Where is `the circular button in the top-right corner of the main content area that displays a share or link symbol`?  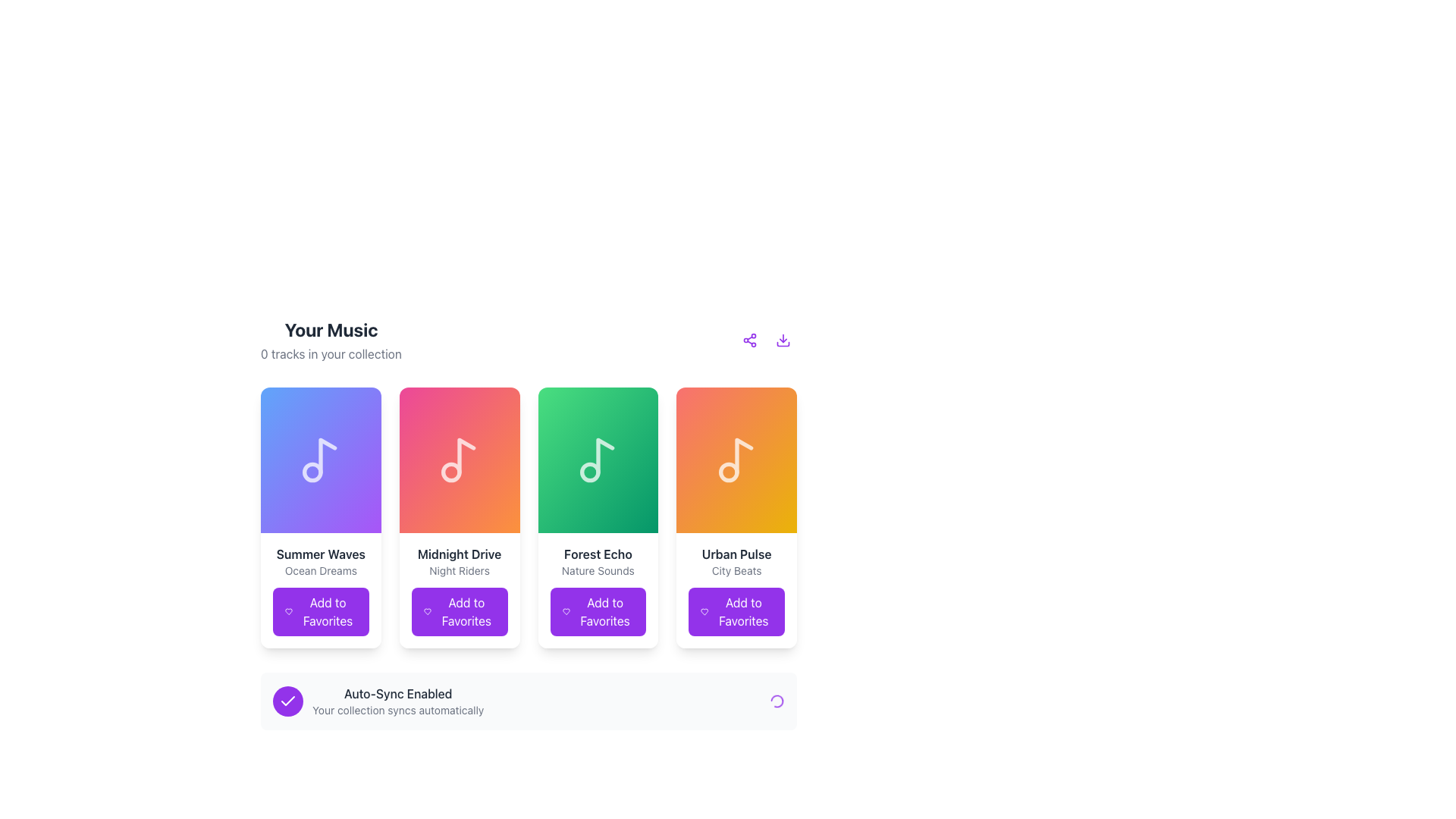
the circular button in the top-right corner of the main content area that displays a share or link symbol is located at coordinates (749, 339).